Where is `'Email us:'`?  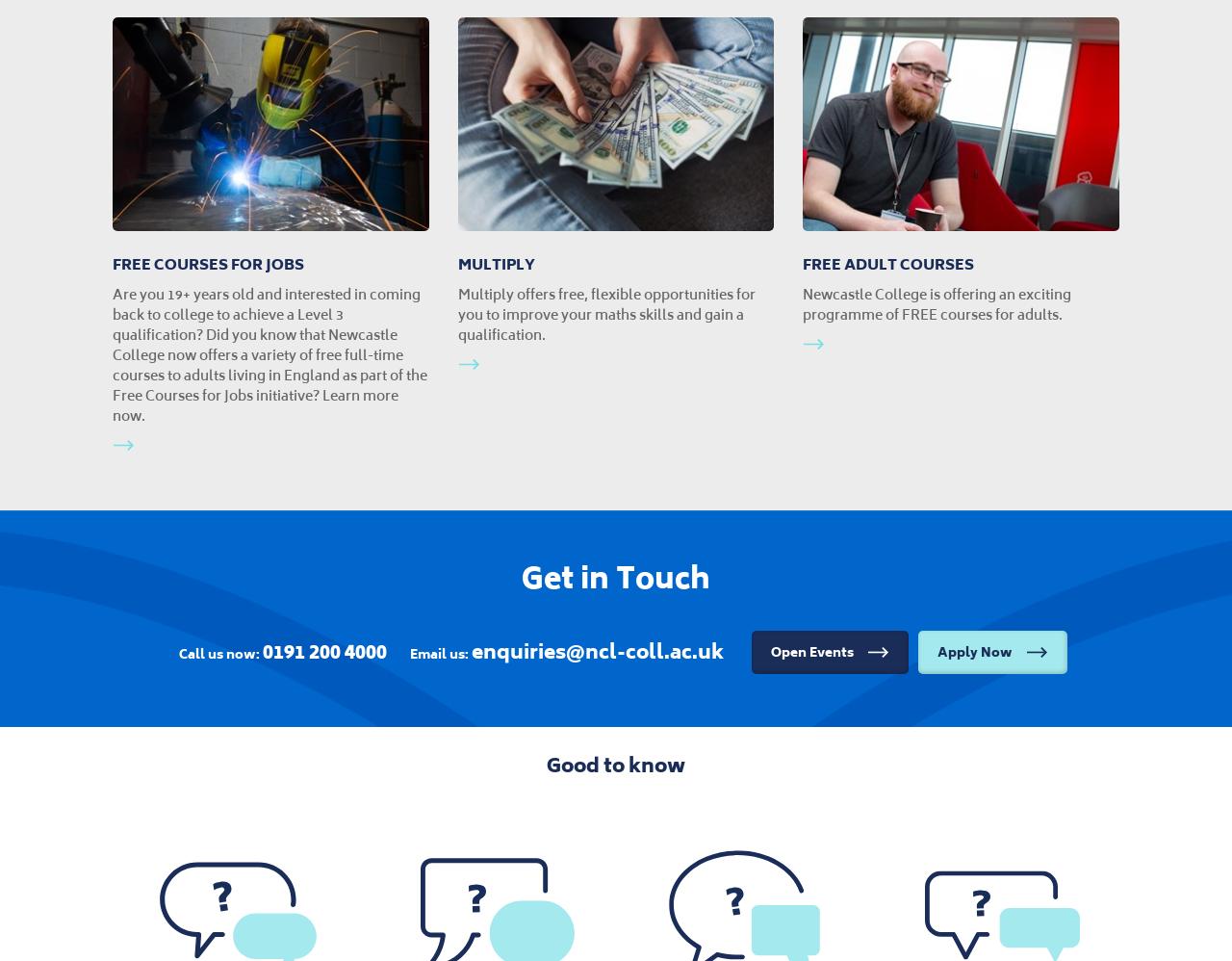
'Email us:' is located at coordinates (439, 653).